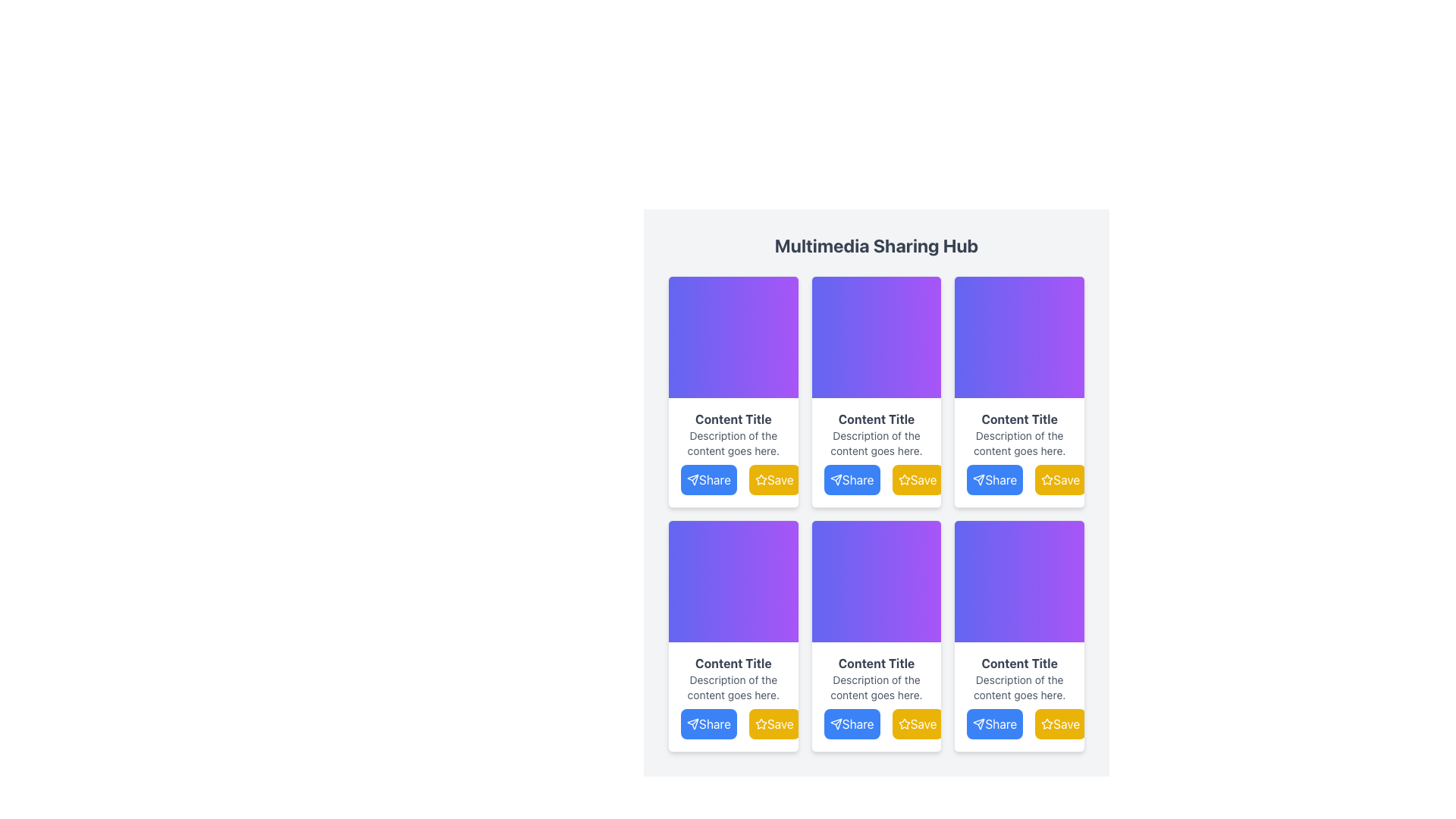 This screenshot has height=819, width=1456. Describe the element at coordinates (1046, 723) in the screenshot. I see `the star icon located within the 'Save' button of the fourth card in the second row of a grid view, positioned to the left of the word 'Save'` at that location.